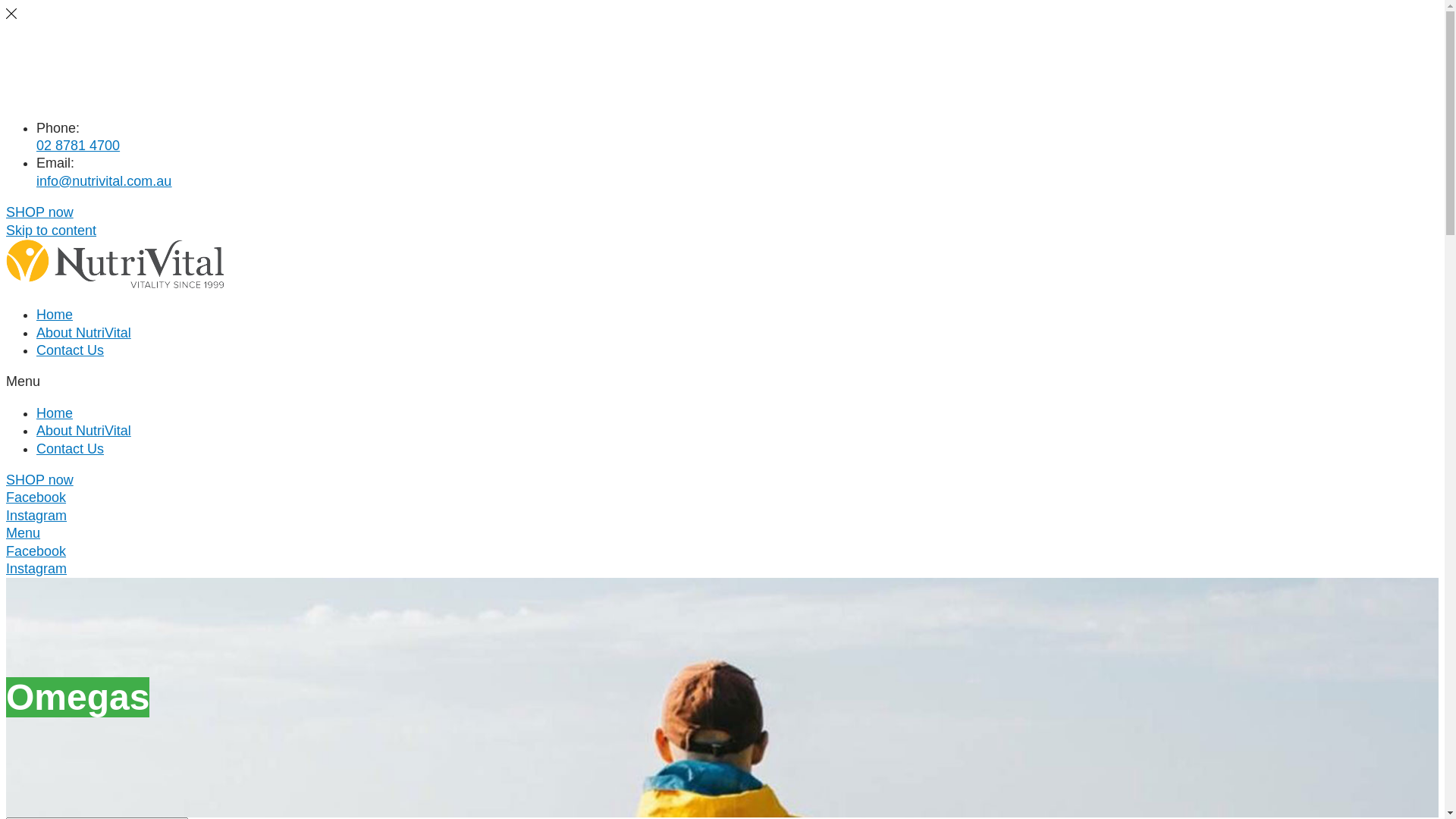 The image size is (1456, 819). What do you see at coordinates (36, 350) in the screenshot?
I see `'Contact Us'` at bounding box center [36, 350].